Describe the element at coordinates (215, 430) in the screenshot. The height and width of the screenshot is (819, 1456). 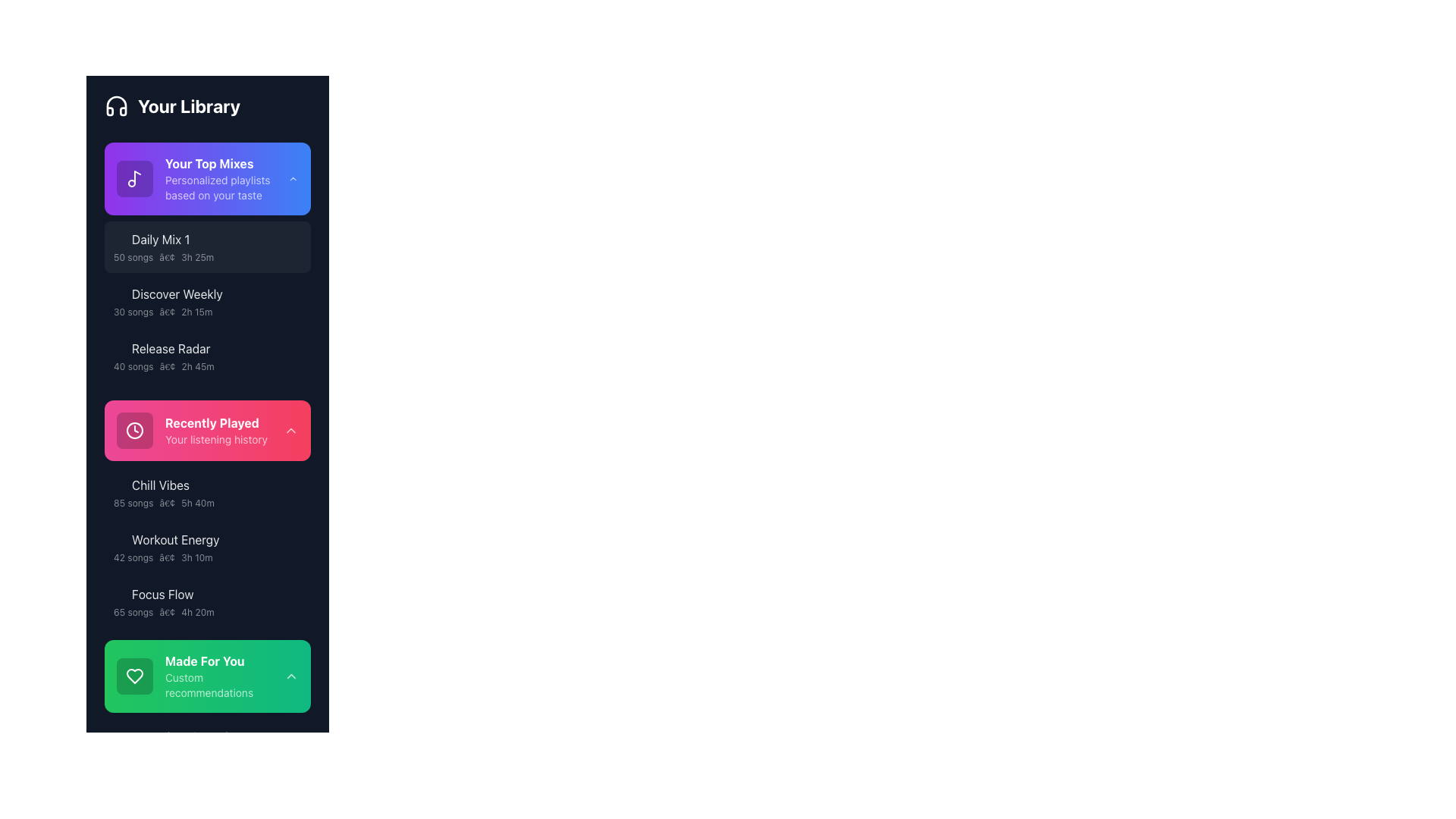
I see `the text block that provides information on the user's recently played music tracks, located below the 'Release Radar' section and above 'Chill Vibes'` at that location.